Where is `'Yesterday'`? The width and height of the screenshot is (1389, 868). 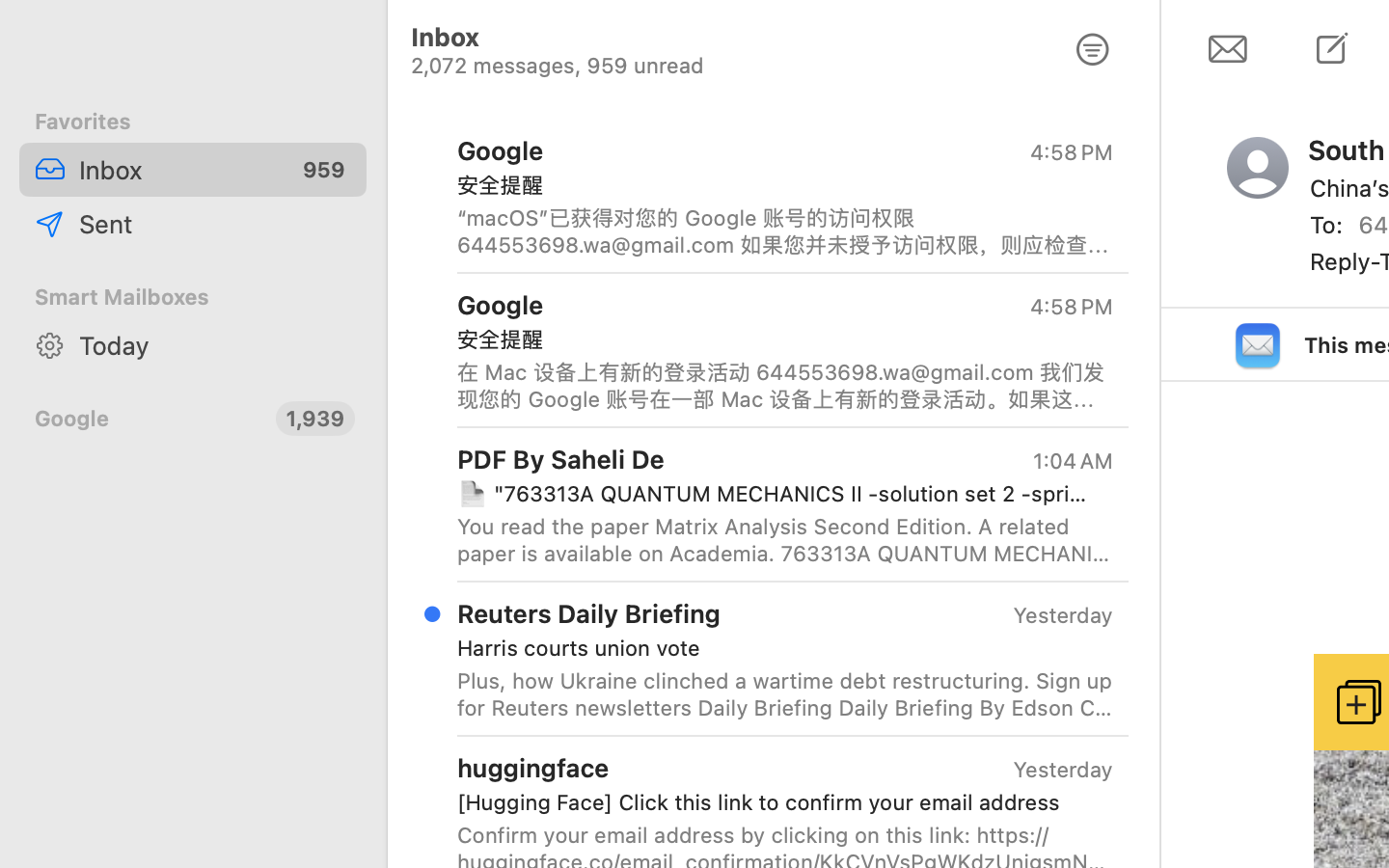
'Yesterday' is located at coordinates (1062, 615).